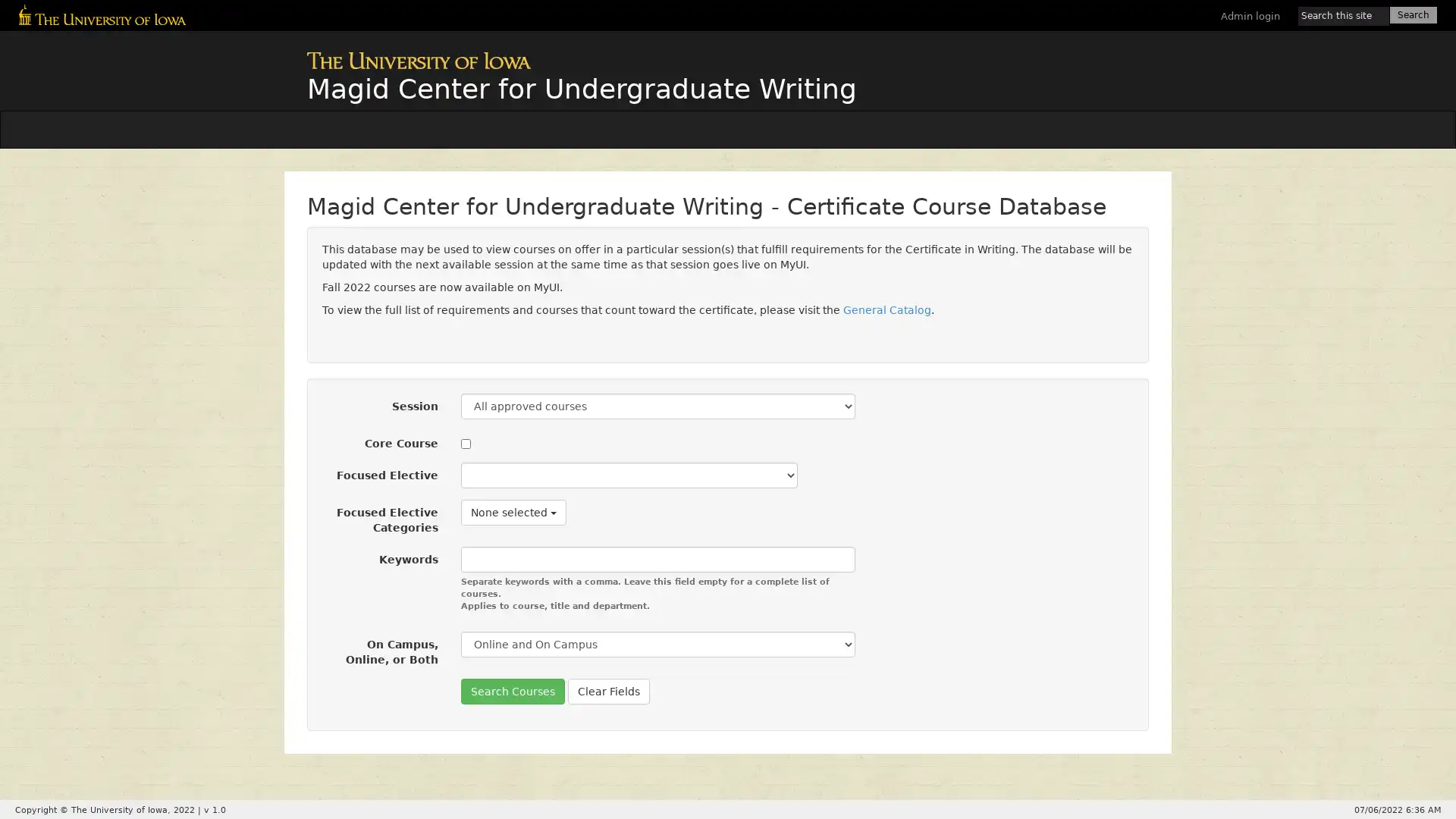 The width and height of the screenshot is (1456, 819). What do you see at coordinates (608, 691) in the screenshot?
I see `Clear Fields` at bounding box center [608, 691].